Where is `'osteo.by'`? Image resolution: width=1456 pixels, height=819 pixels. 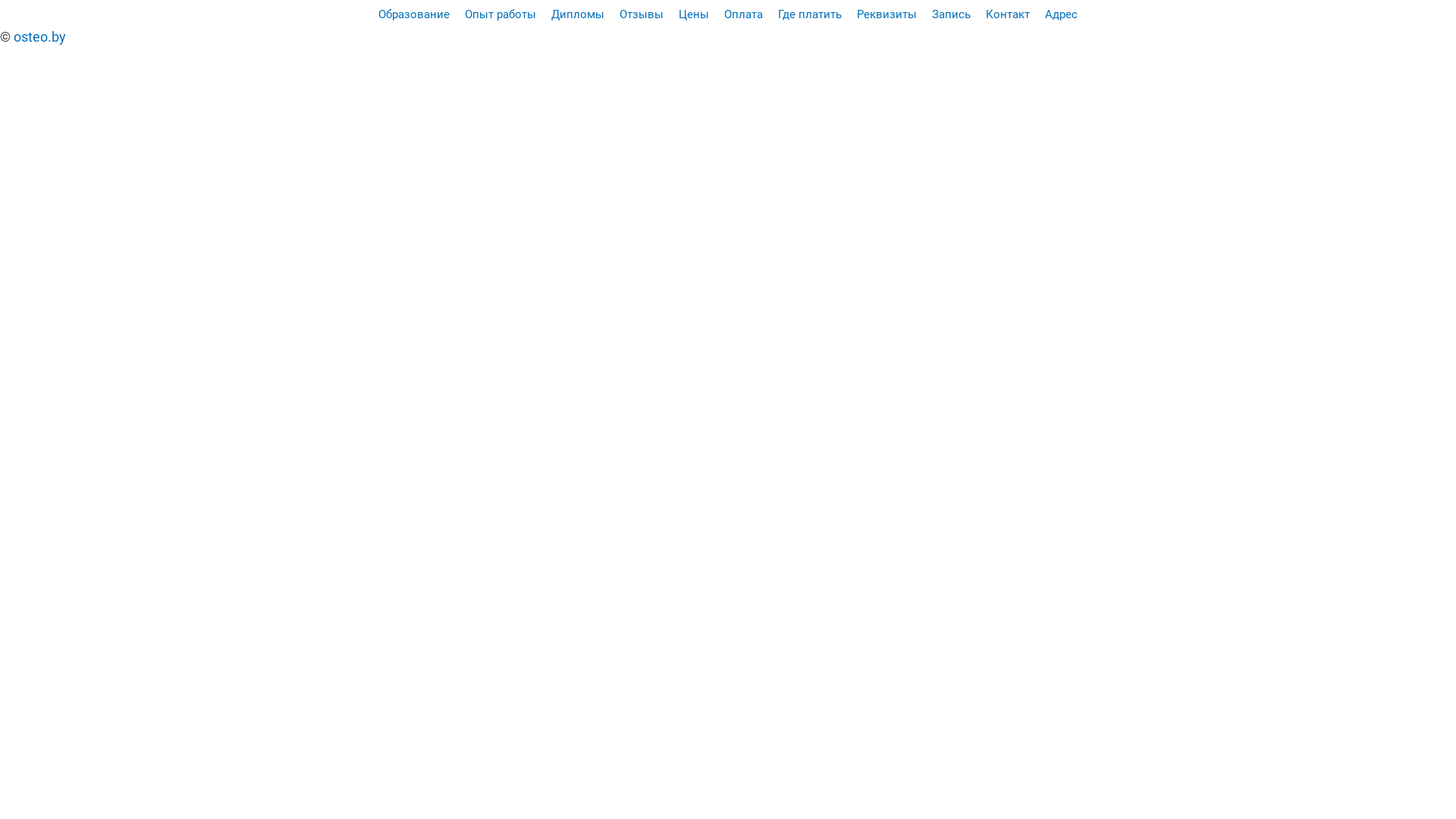
'osteo.by' is located at coordinates (14, 36).